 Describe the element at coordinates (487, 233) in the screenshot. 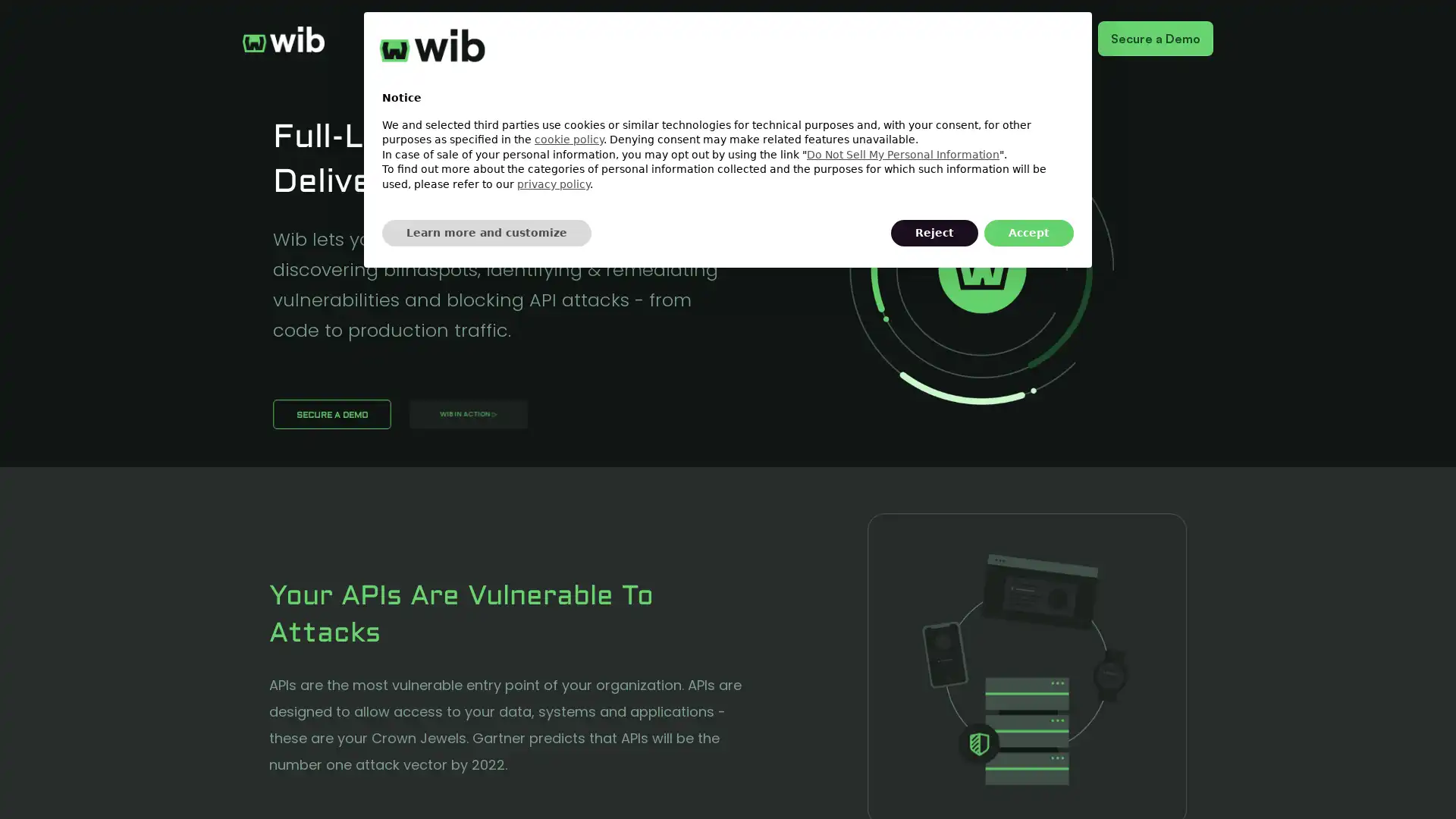

I see `Learn more and customize` at that location.